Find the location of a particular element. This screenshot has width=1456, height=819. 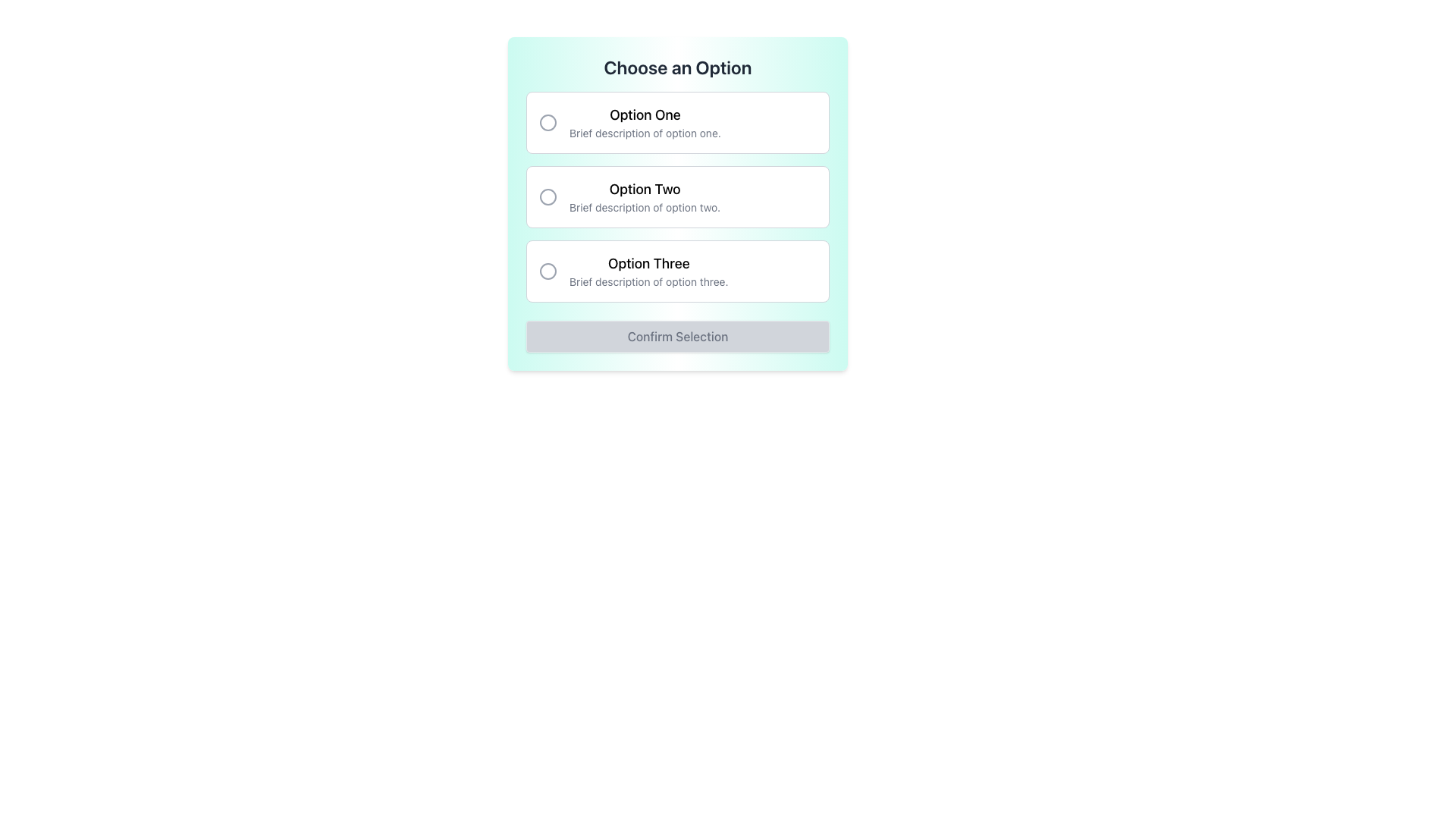

the unselected radio button for 'Option Three' is located at coordinates (548, 271).